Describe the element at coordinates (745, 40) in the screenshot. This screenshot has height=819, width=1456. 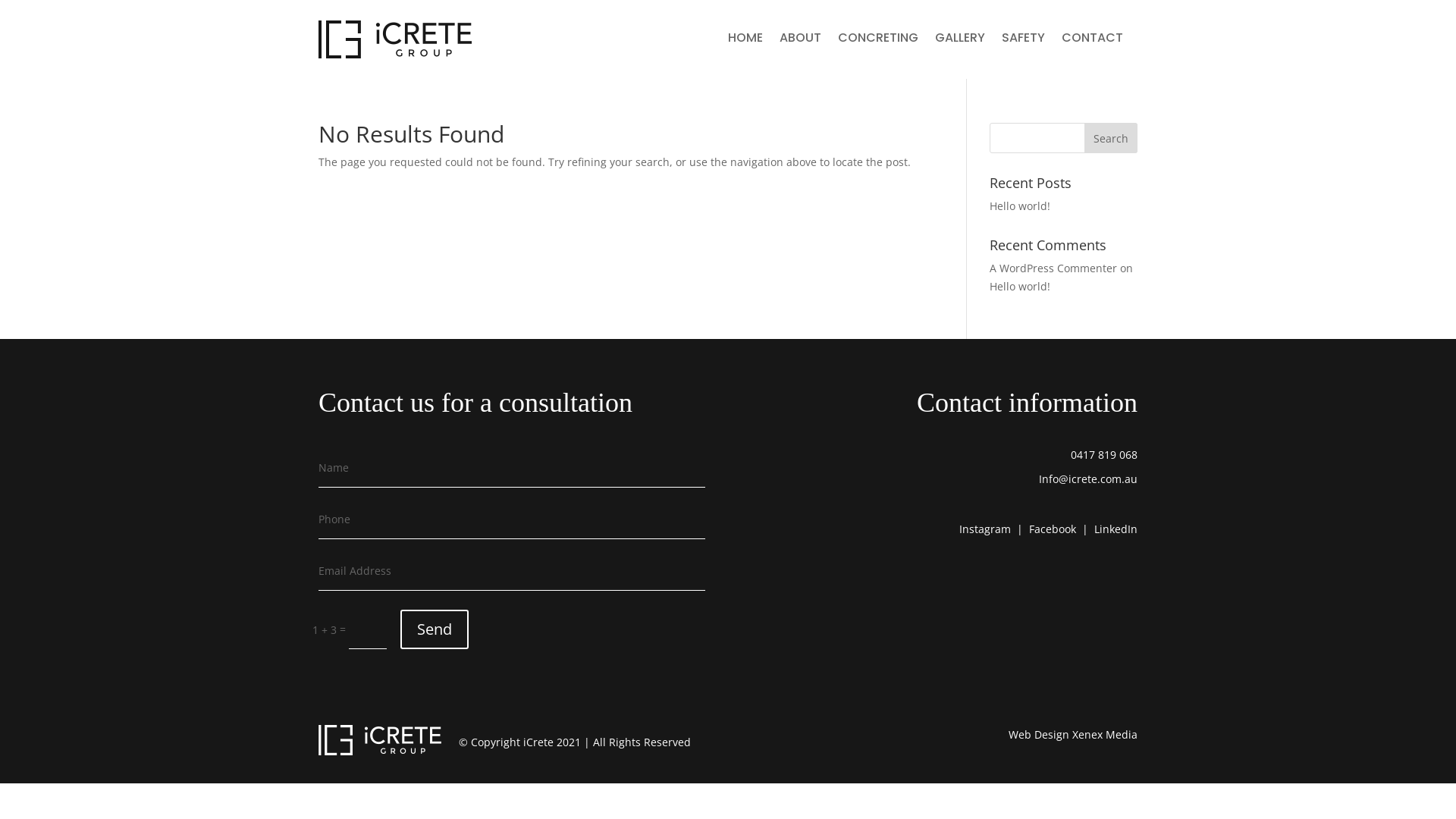
I see `'HOME'` at that location.